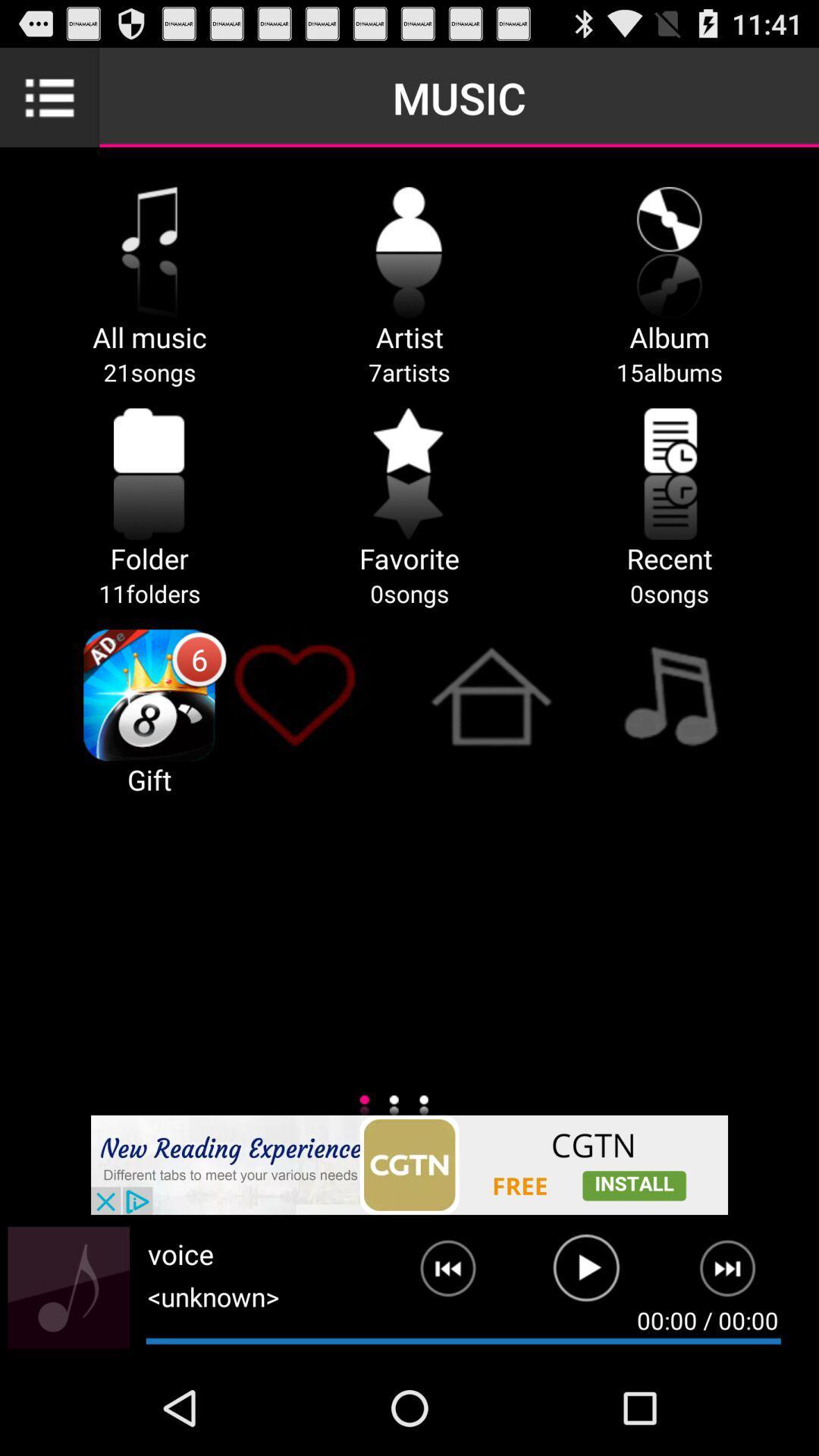 The height and width of the screenshot is (1456, 819). What do you see at coordinates (585, 1274) in the screenshot?
I see `playing the record of voice` at bounding box center [585, 1274].